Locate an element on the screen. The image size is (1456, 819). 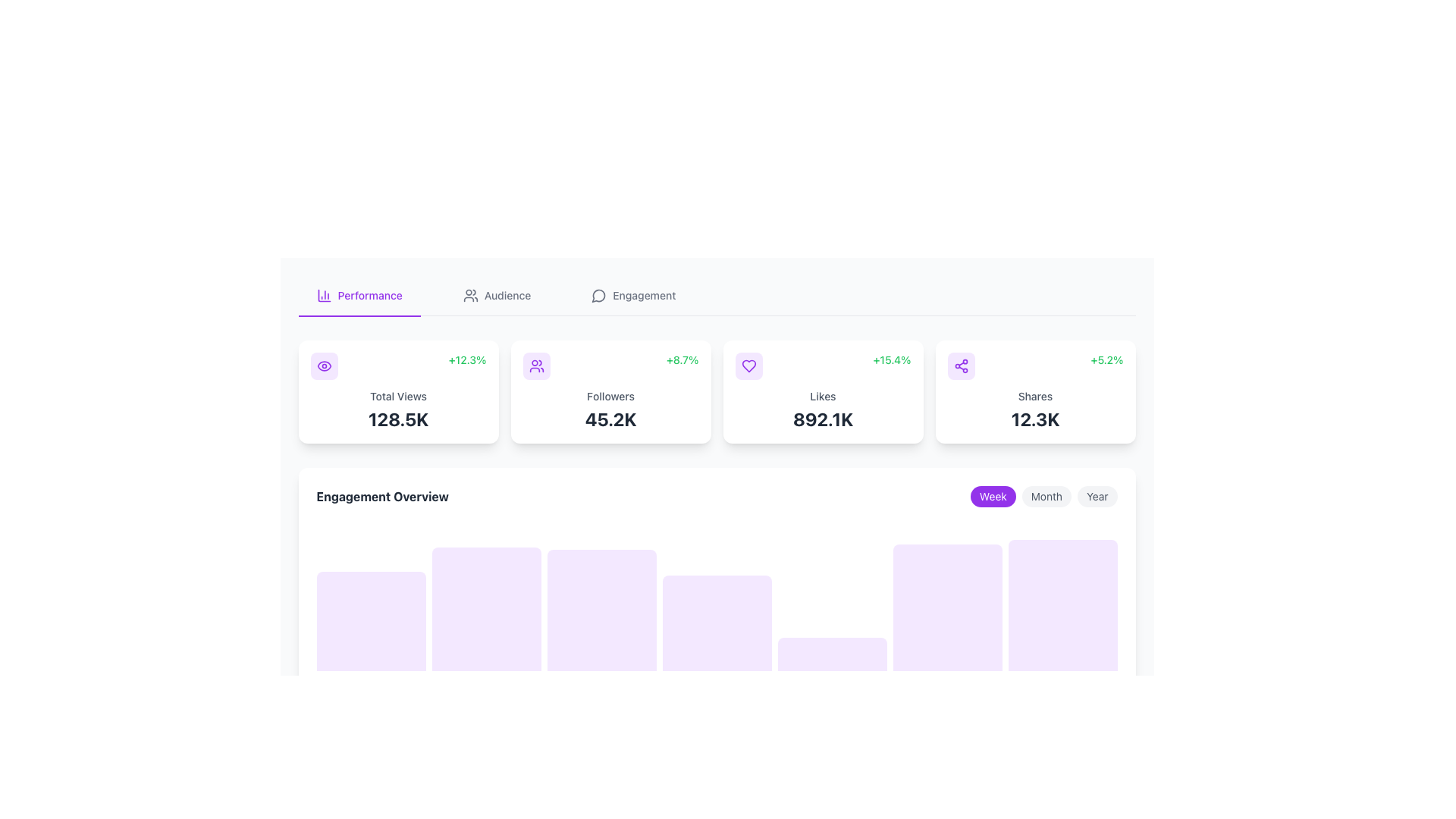
the positive growth percentage text label located in the upper-right corner of the 'Followers' card is located at coordinates (682, 359).